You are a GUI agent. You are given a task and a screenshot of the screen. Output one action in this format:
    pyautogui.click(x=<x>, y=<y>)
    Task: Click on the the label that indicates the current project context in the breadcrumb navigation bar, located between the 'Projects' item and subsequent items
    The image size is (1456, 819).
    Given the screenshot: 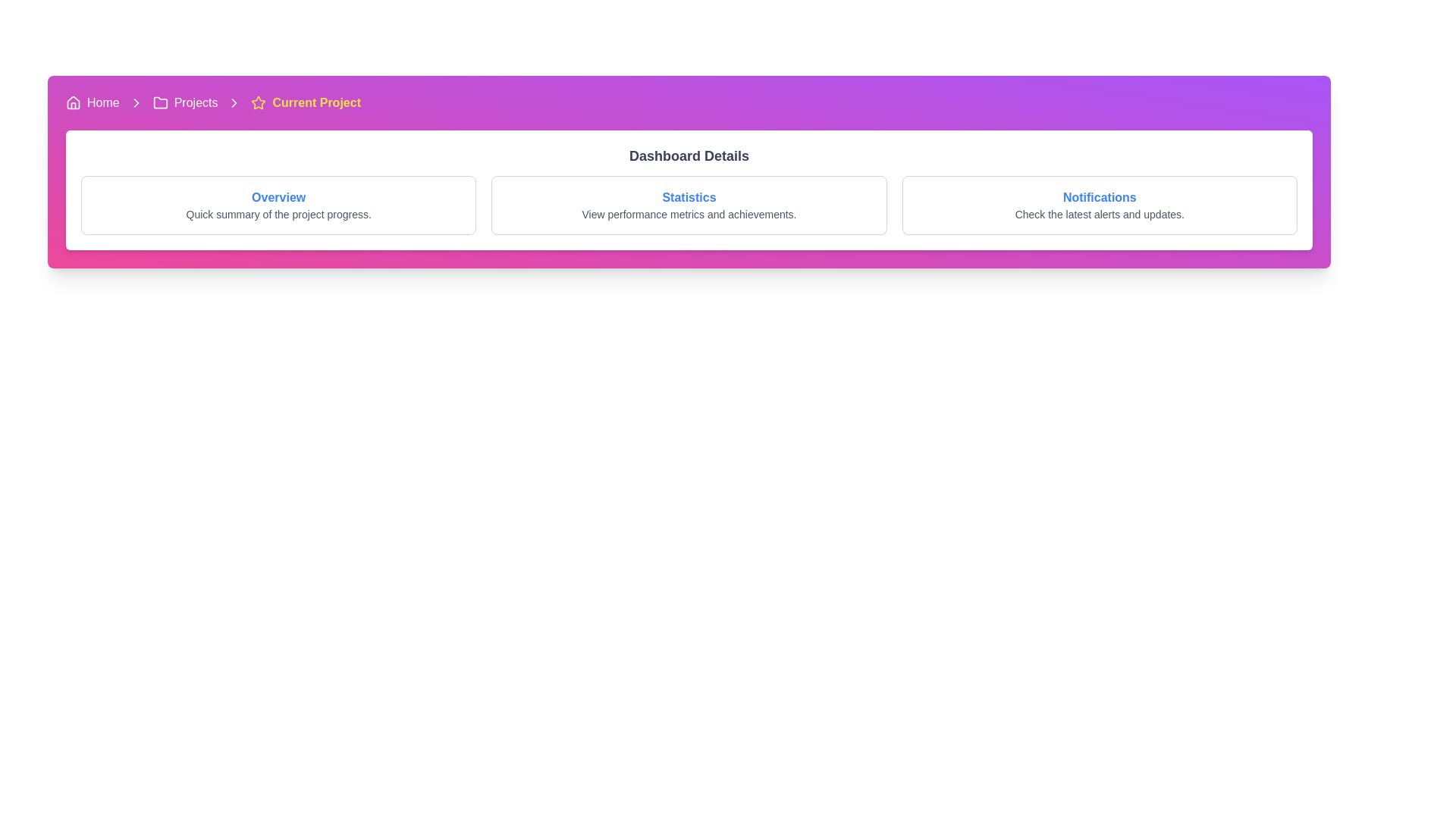 What is the action you would take?
    pyautogui.click(x=305, y=102)
    